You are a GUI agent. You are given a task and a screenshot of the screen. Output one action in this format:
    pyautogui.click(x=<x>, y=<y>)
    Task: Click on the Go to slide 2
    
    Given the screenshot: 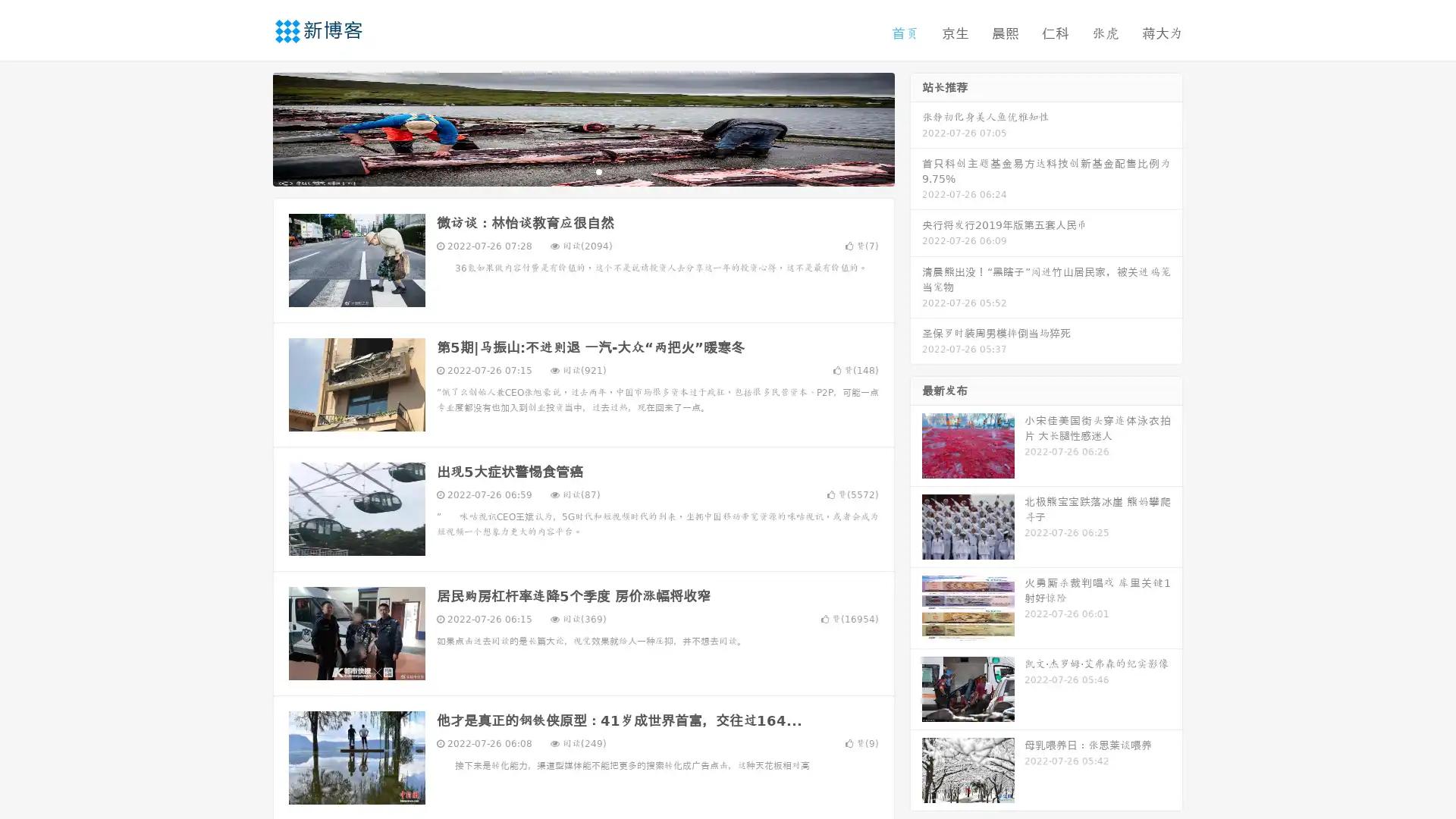 What is the action you would take?
    pyautogui.click(x=582, y=171)
    